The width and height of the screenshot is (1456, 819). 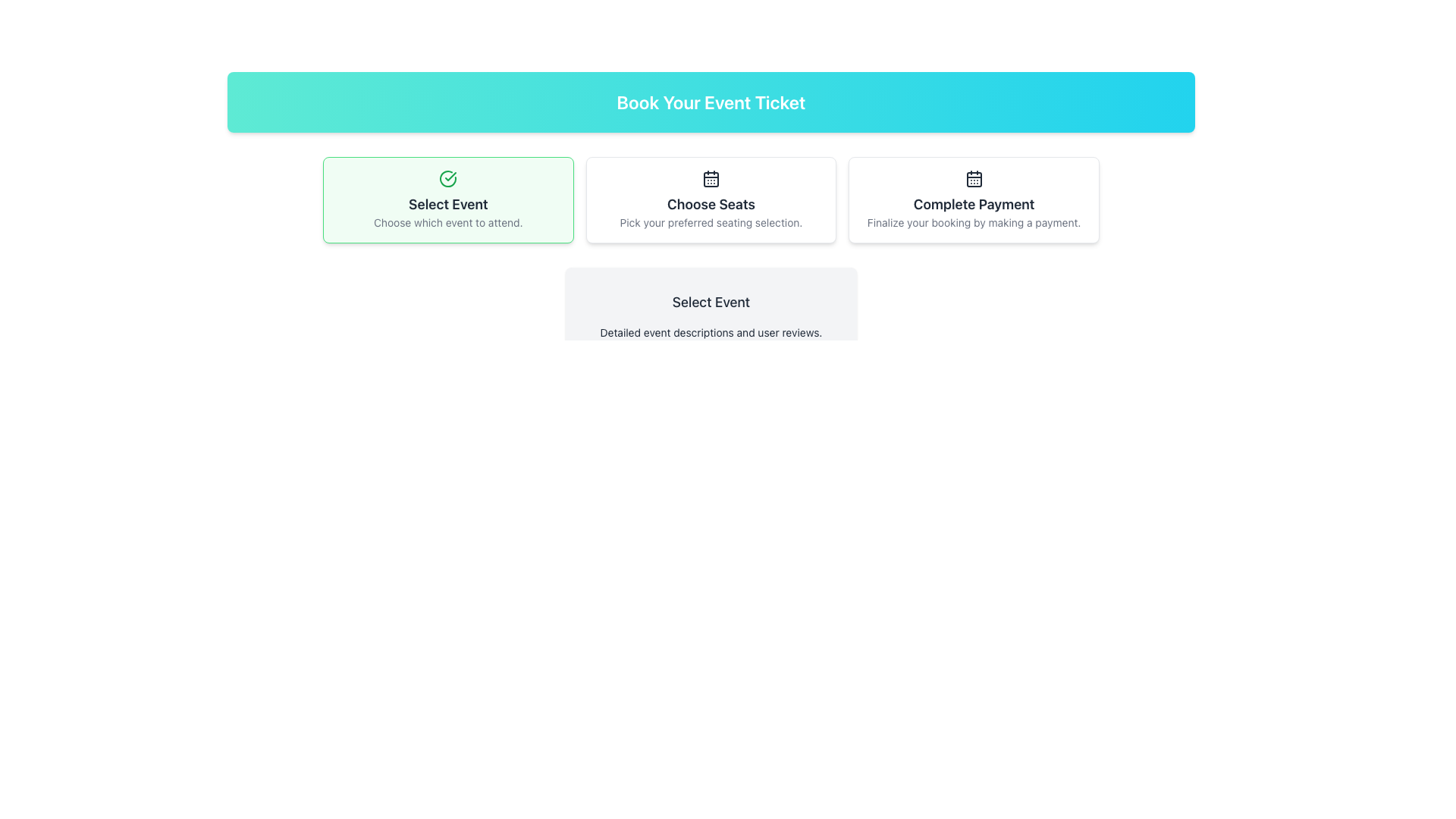 What do you see at coordinates (974, 177) in the screenshot?
I see `the calendar icon located in the 'Complete Payment' section, which is directly above the text 'Finalize your booking by making a payment.'` at bounding box center [974, 177].